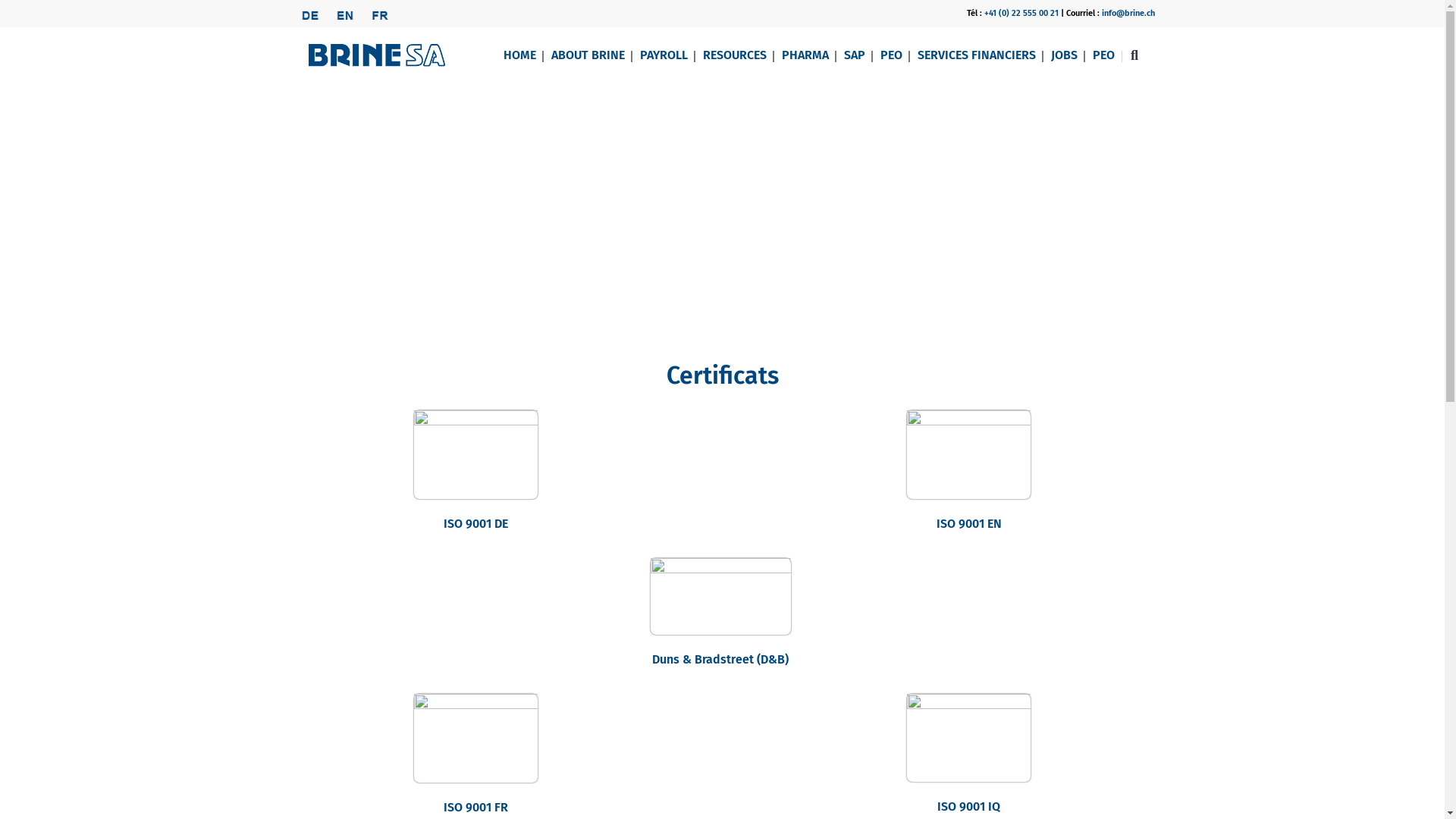 The width and height of the screenshot is (1456, 819). Describe the element at coordinates (734, 55) in the screenshot. I see `'RESOURCES'` at that location.